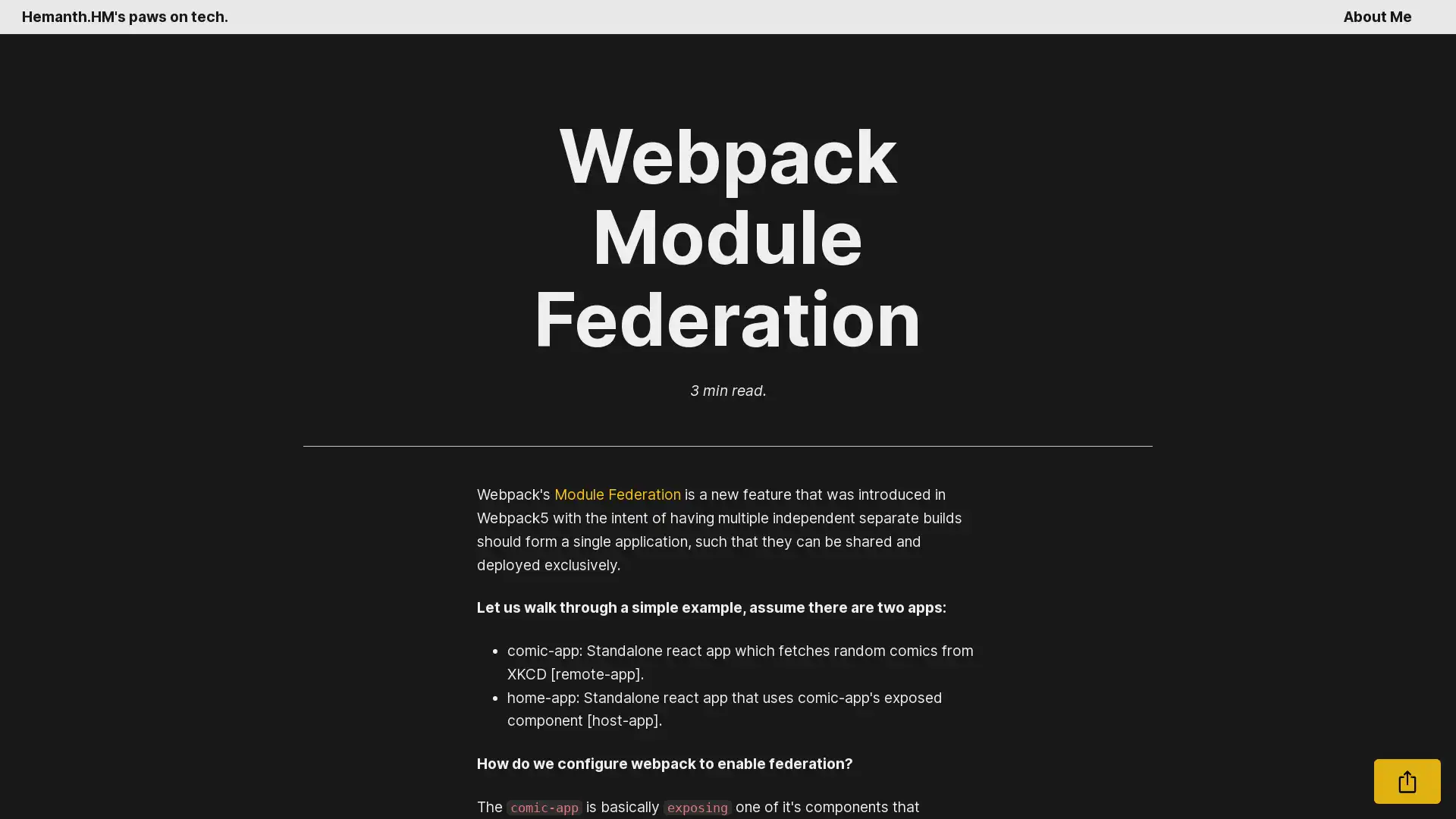  I want to click on Share, so click(1407, 781).